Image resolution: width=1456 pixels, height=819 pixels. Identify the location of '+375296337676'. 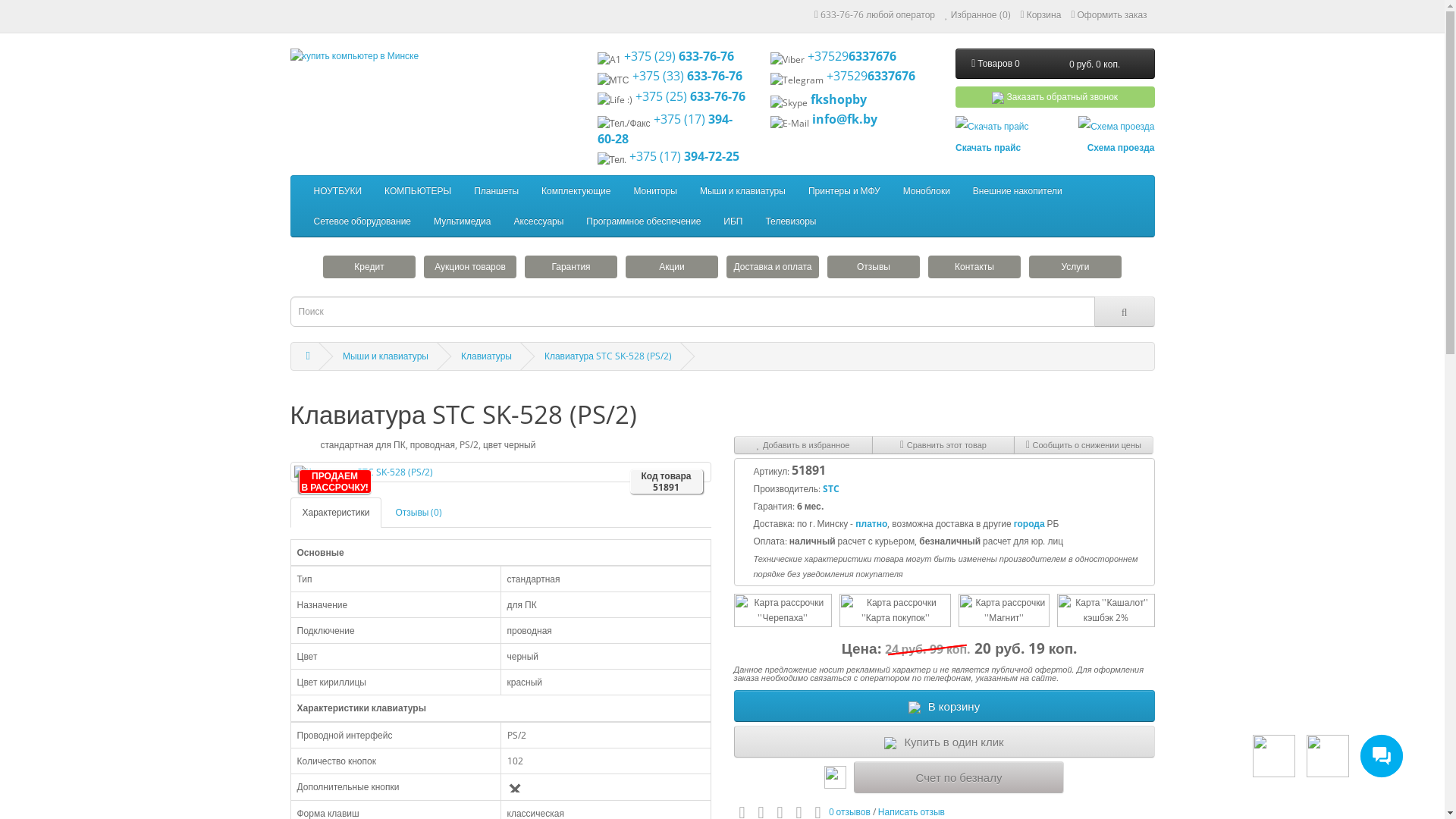
(807, 55).